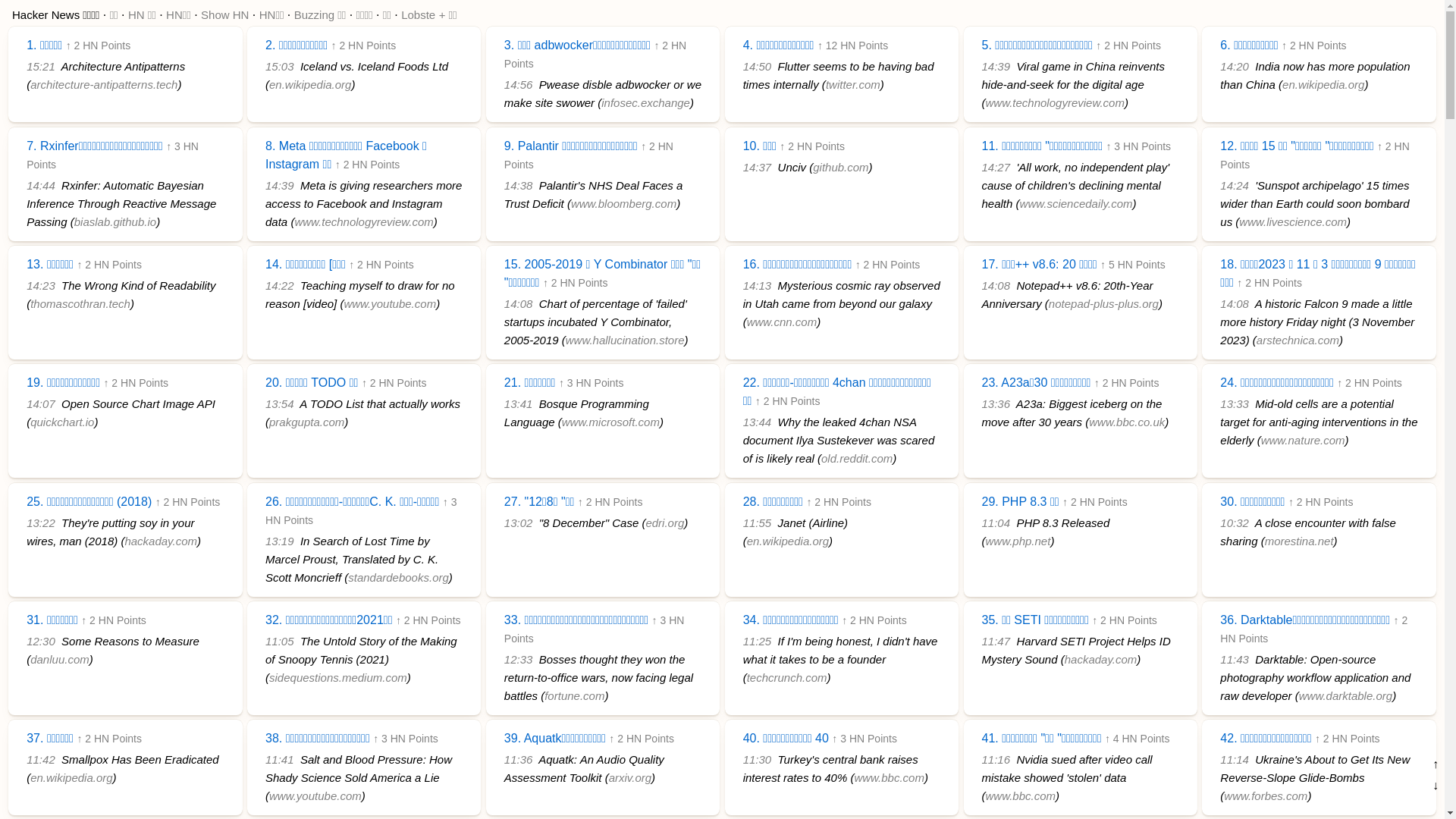 The height and width of the screenshot is (819, 1456). What do you see at coordinates (519, 303) in the screenshot?
I see `'14:08'` at bounding box center [519, 303].